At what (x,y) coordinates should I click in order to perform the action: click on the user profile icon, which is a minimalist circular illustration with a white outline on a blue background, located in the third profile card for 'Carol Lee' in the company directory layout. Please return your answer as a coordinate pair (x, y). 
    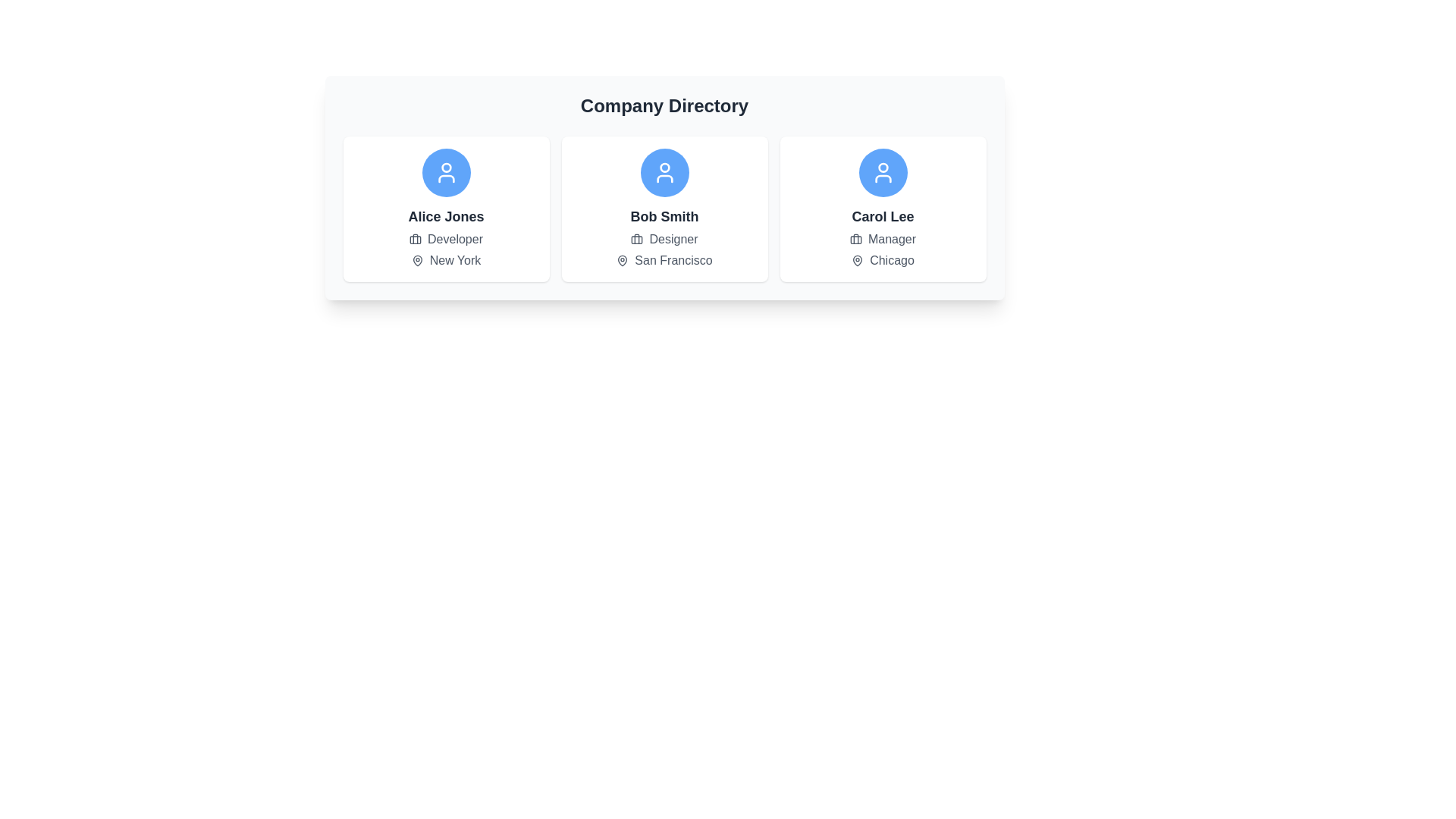
    Looking at the image, I should click on (883, 171).